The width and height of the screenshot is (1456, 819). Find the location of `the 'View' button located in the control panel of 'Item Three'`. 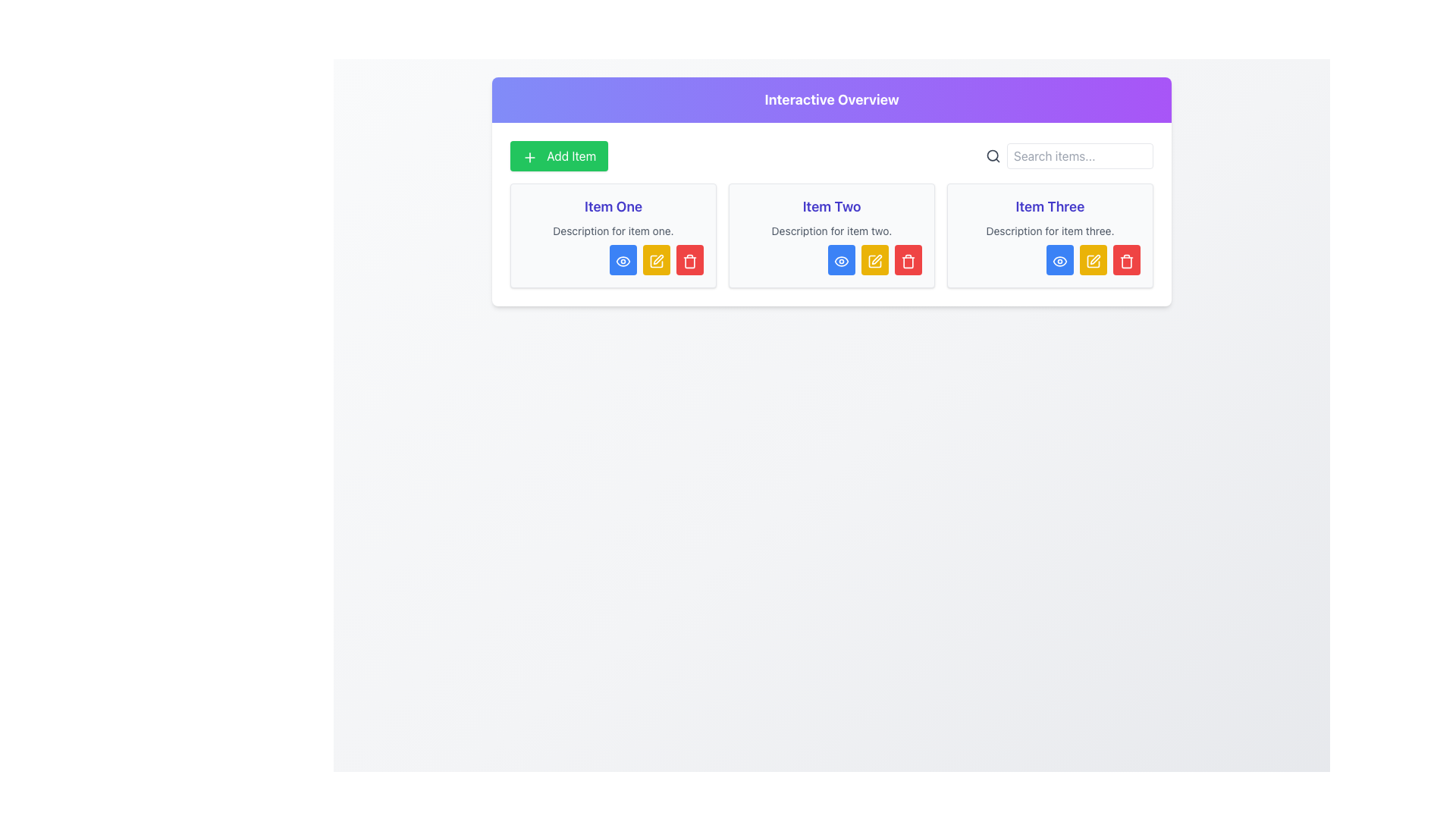

the 'View' button located in the control panel of 'Item Three' is located at coordinates (1059, 259).